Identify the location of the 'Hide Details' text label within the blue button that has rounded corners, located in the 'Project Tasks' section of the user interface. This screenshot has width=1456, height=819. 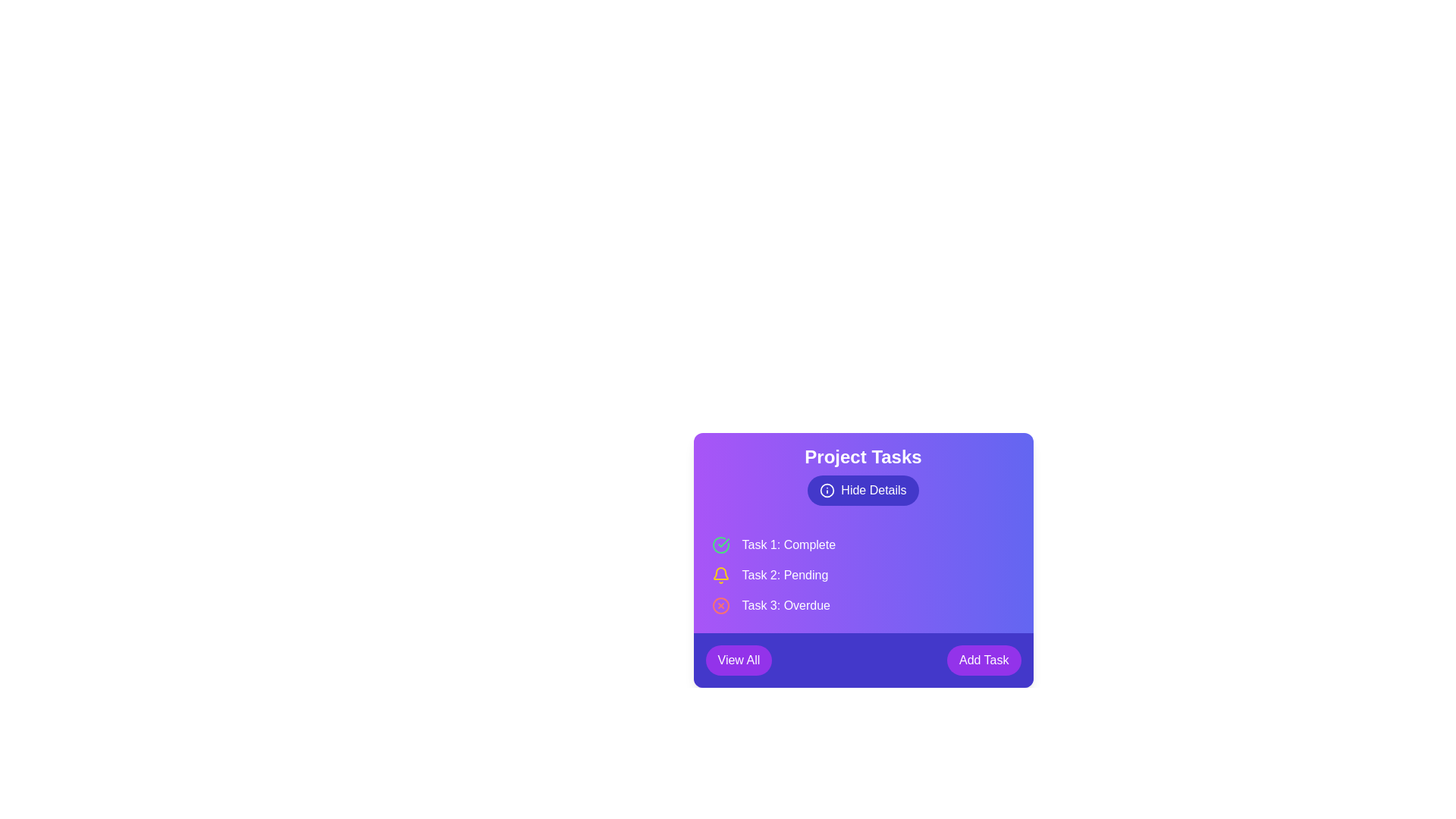
(874, 491).